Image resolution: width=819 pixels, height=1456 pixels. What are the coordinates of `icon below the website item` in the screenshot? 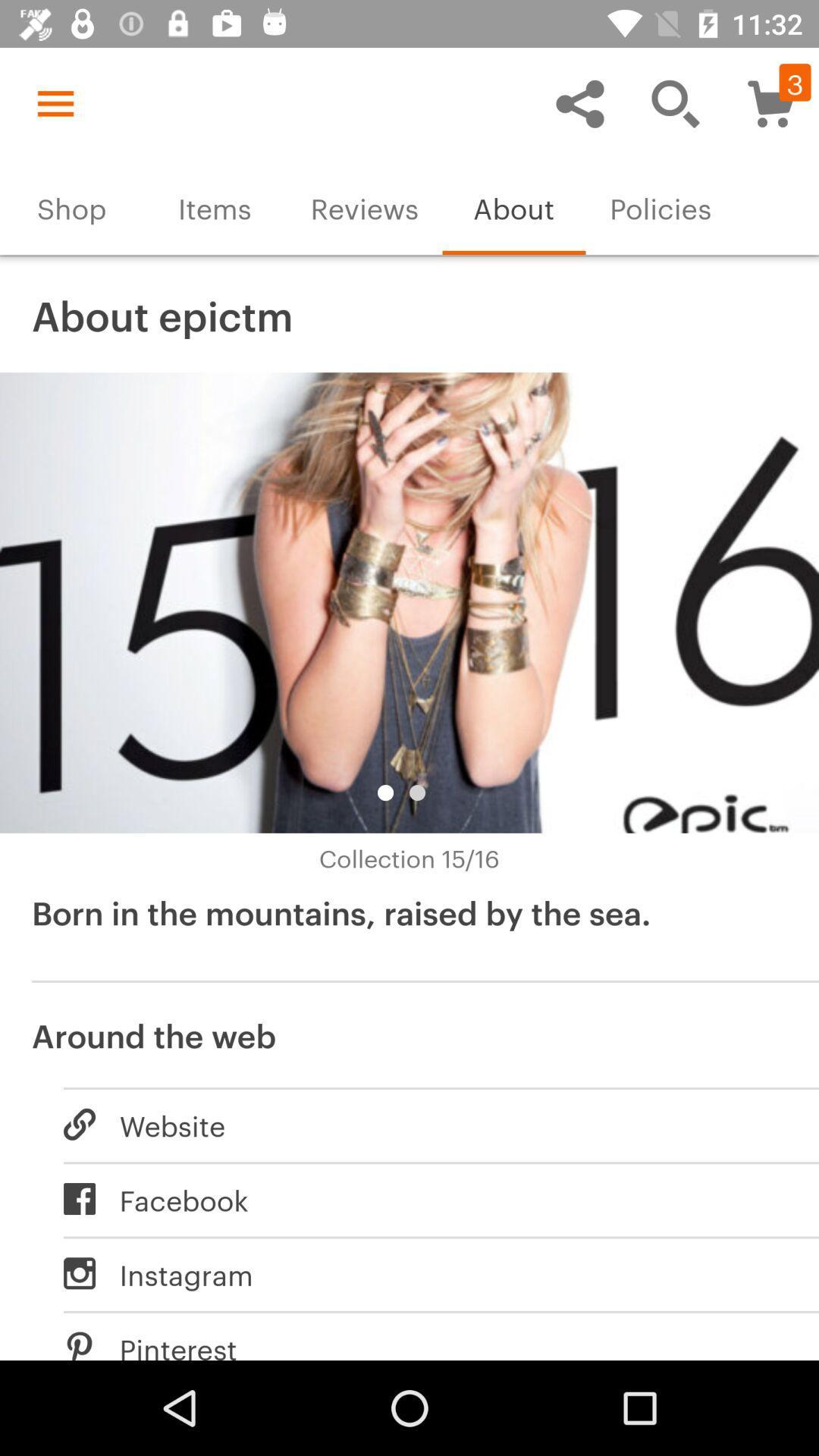 It's located at (425, 1198).